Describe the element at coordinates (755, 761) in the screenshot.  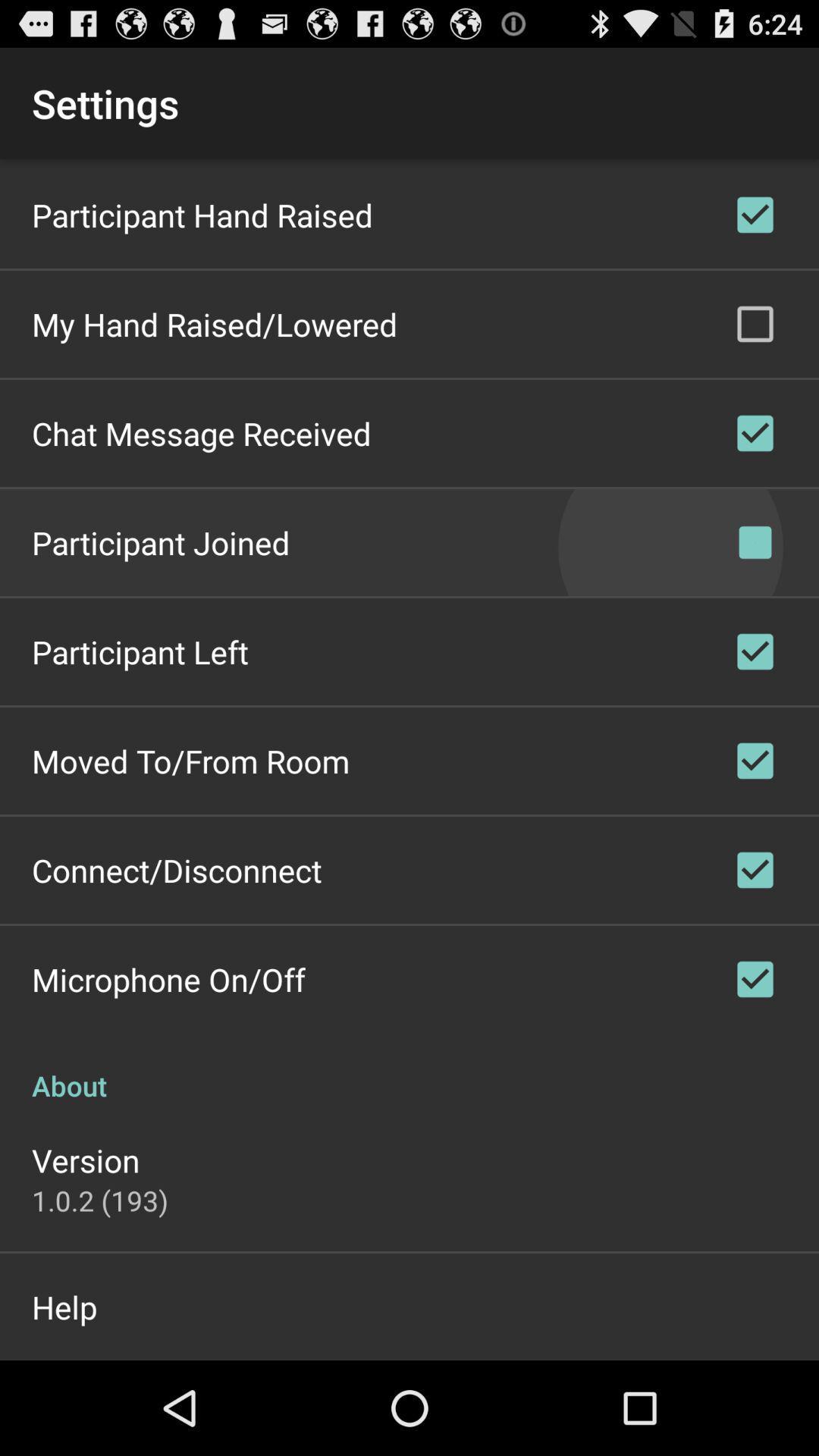
I see `the check box which is to the right of moved tofrom room` at that location.